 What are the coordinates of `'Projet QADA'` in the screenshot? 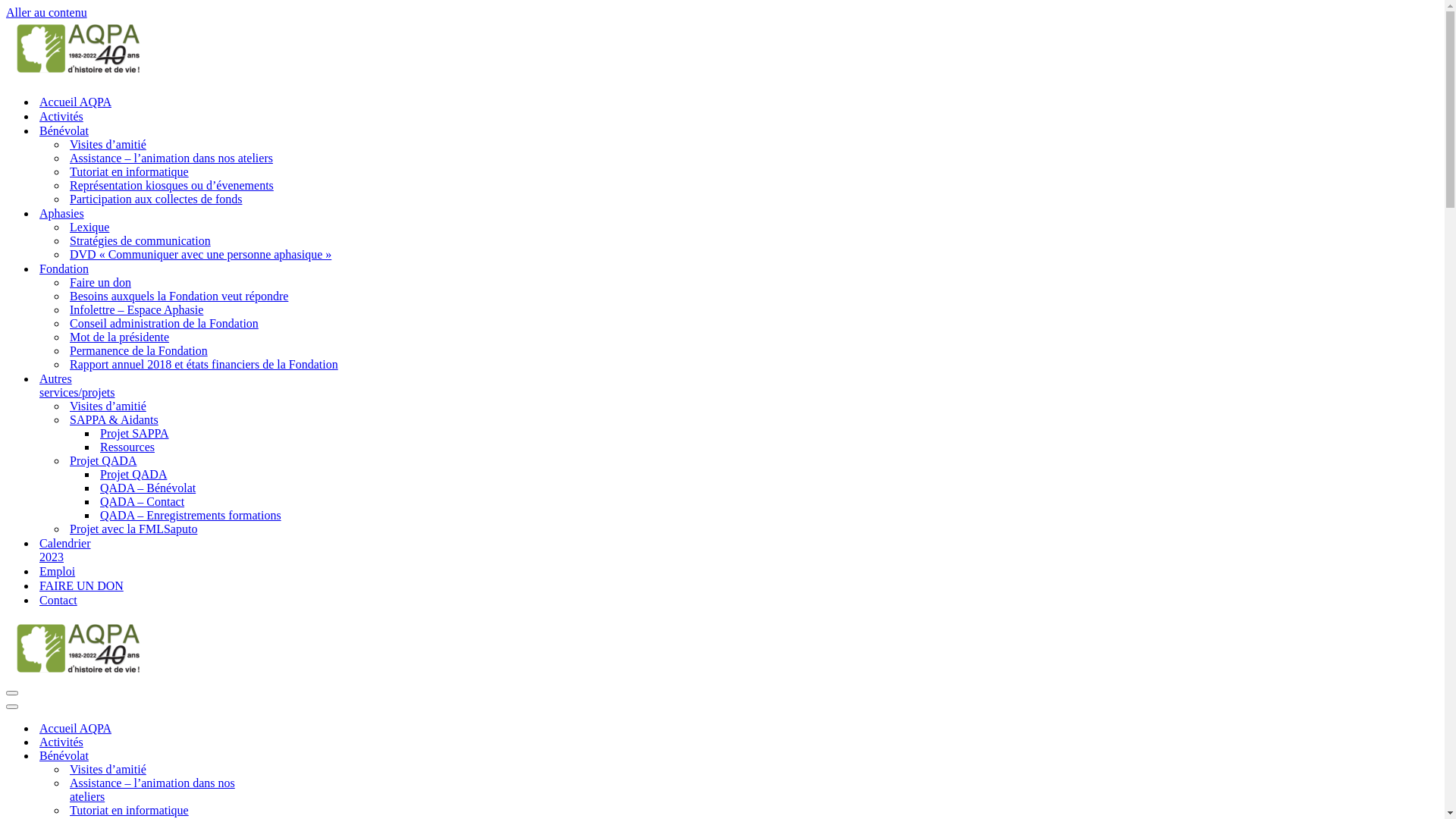 It's located at (68, 460).